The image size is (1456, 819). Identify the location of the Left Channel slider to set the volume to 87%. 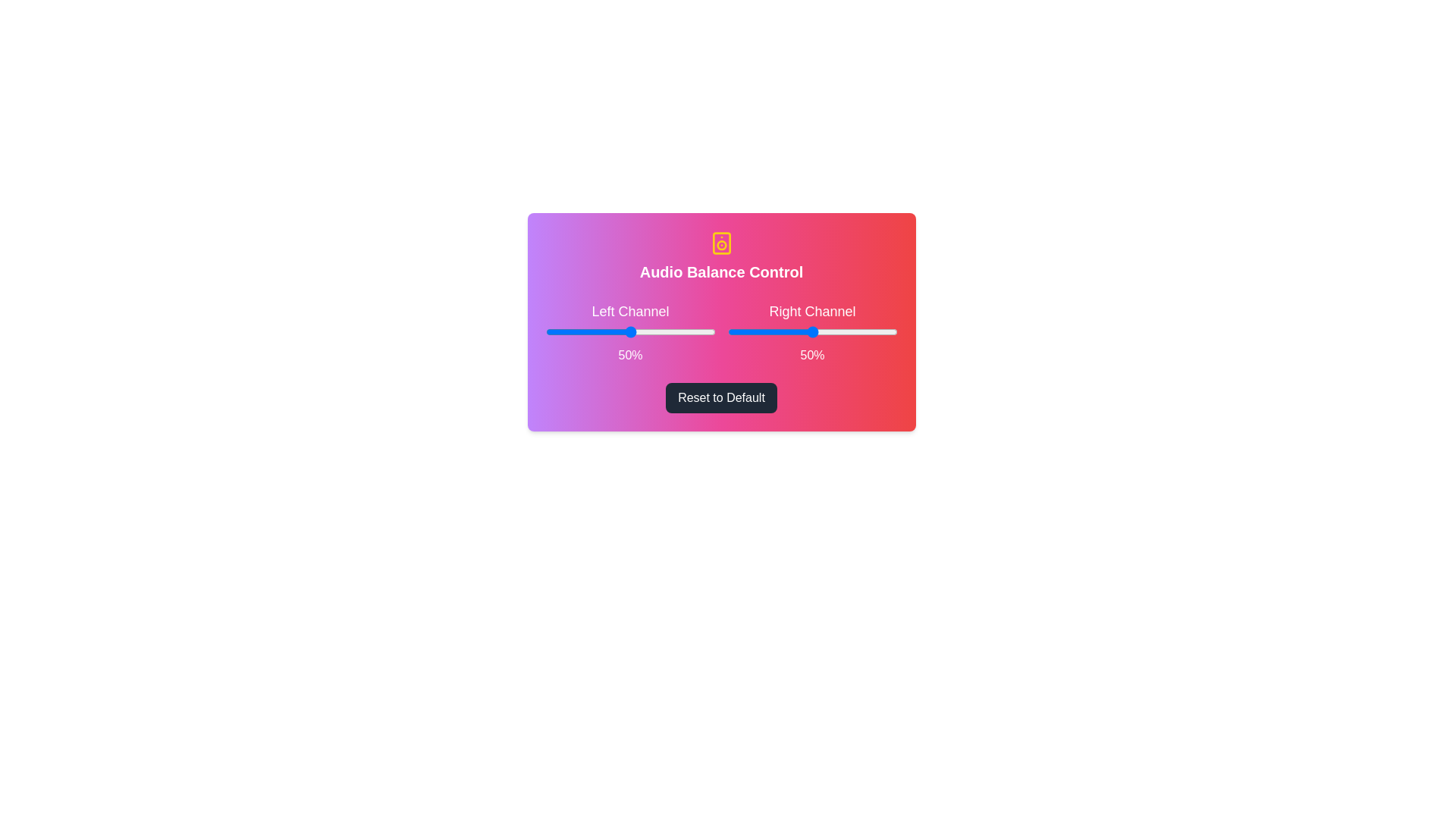
(692, 331).